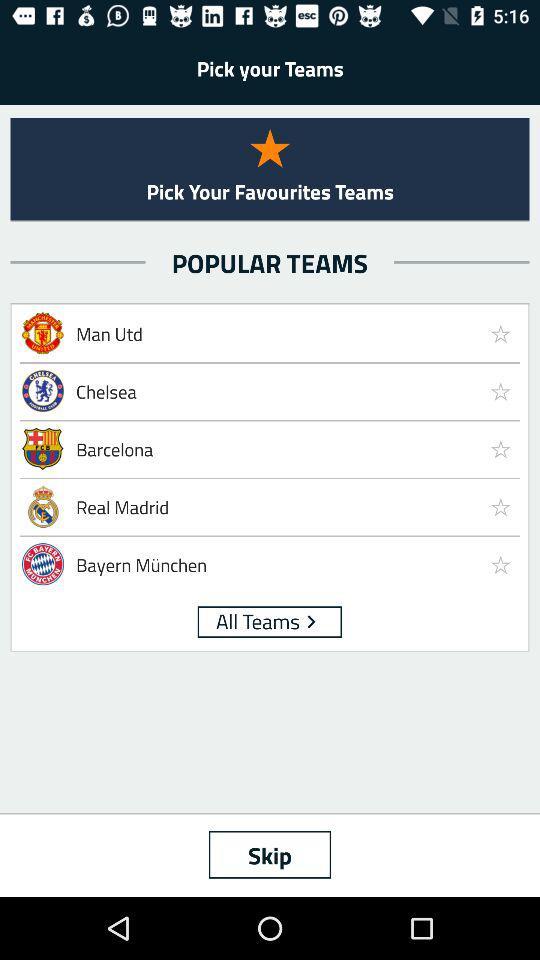 The height and width of the screenshot is (960, 540). I want to click on skip item, so click(270, 853).